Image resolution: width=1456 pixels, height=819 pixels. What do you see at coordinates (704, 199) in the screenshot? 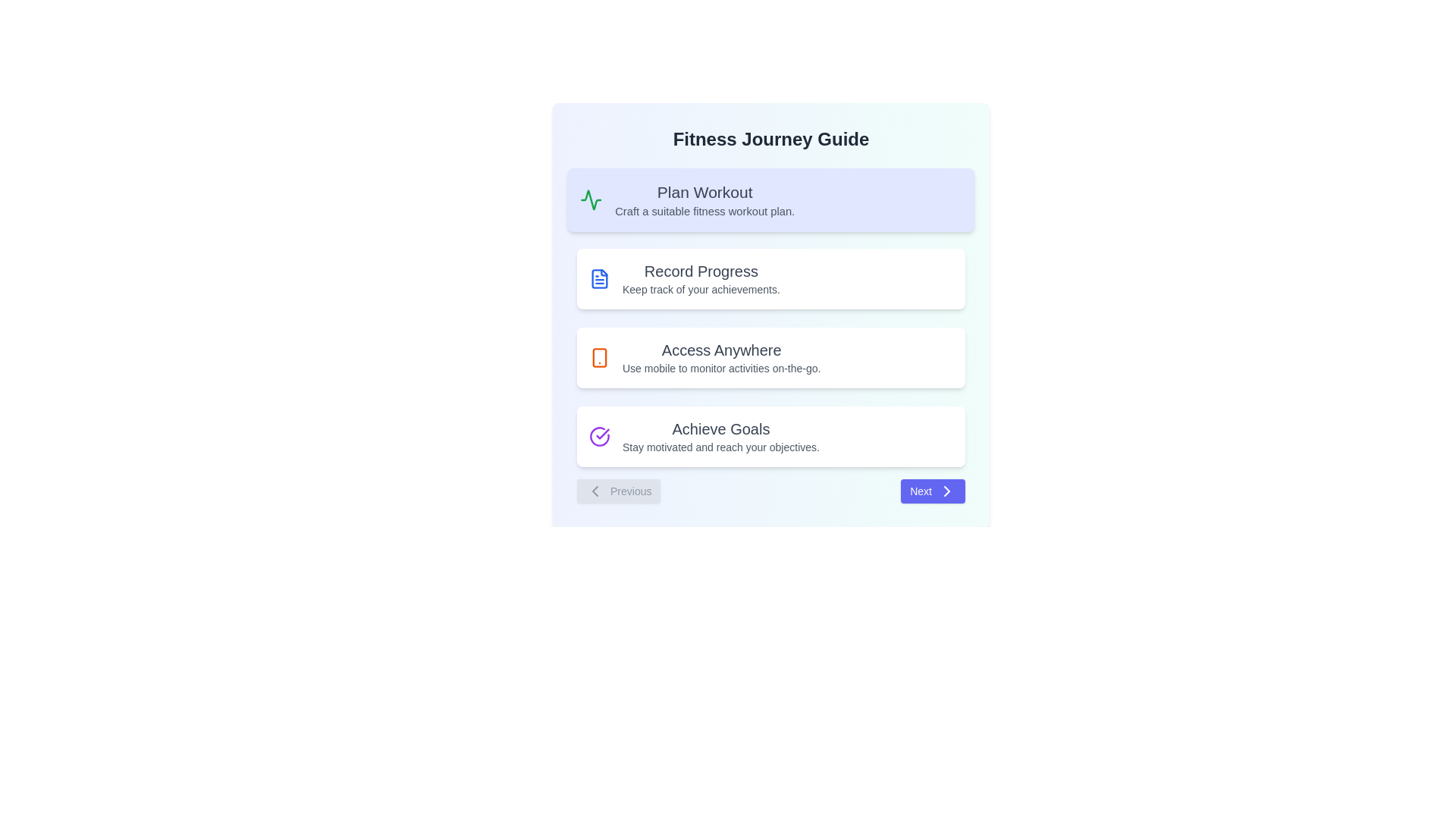
I see `the Informative text element that features the heading 'Plan Workout' and the subtext 'Craft a suitable fitness workout plan', which is located to the right of a heart rate line icon at the top of a vertical list` at bounding box center [704, 199].